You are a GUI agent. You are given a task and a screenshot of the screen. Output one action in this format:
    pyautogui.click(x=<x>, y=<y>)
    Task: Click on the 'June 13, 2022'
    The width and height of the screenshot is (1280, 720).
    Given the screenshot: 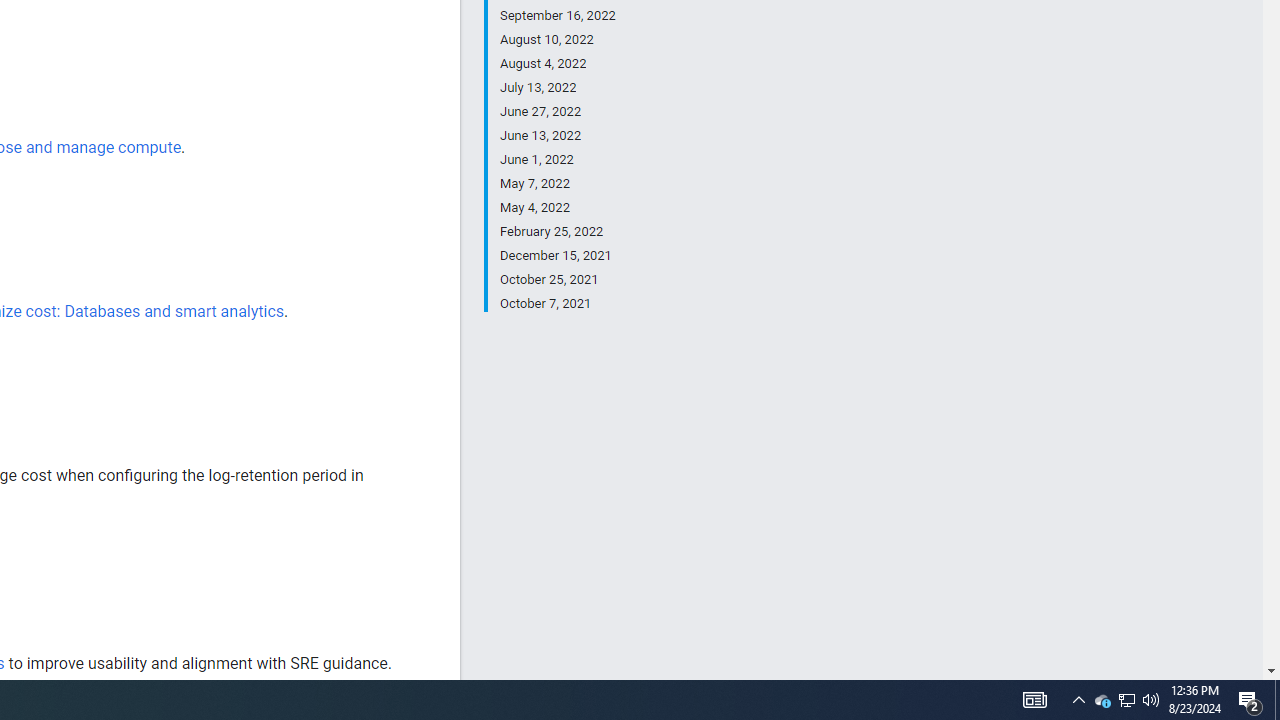 What is the action you would take?
    pyautogui.click(x=557, y=135)
    